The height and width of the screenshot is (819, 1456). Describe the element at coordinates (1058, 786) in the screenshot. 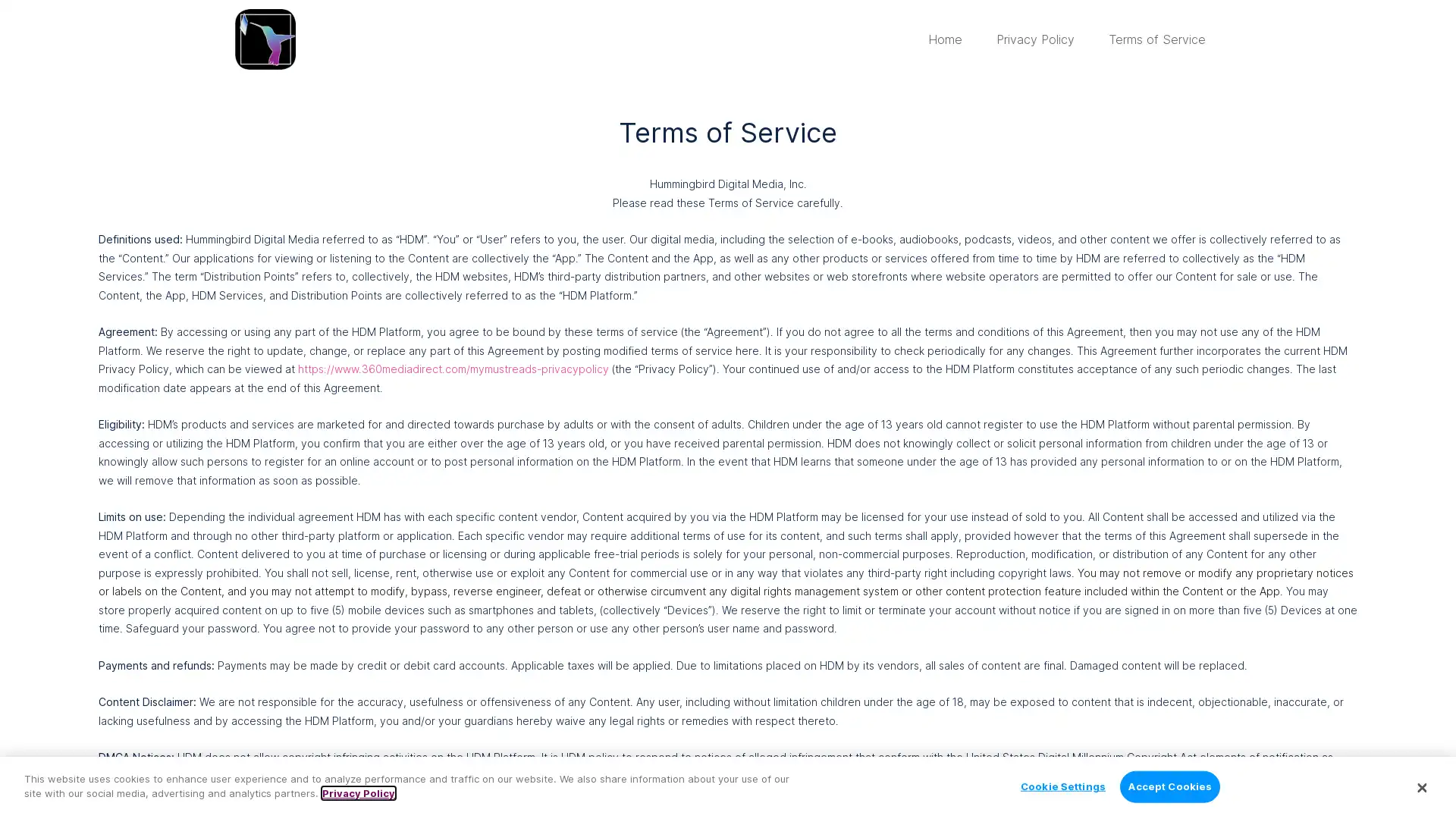

I see `Cookie Settings` at that location.